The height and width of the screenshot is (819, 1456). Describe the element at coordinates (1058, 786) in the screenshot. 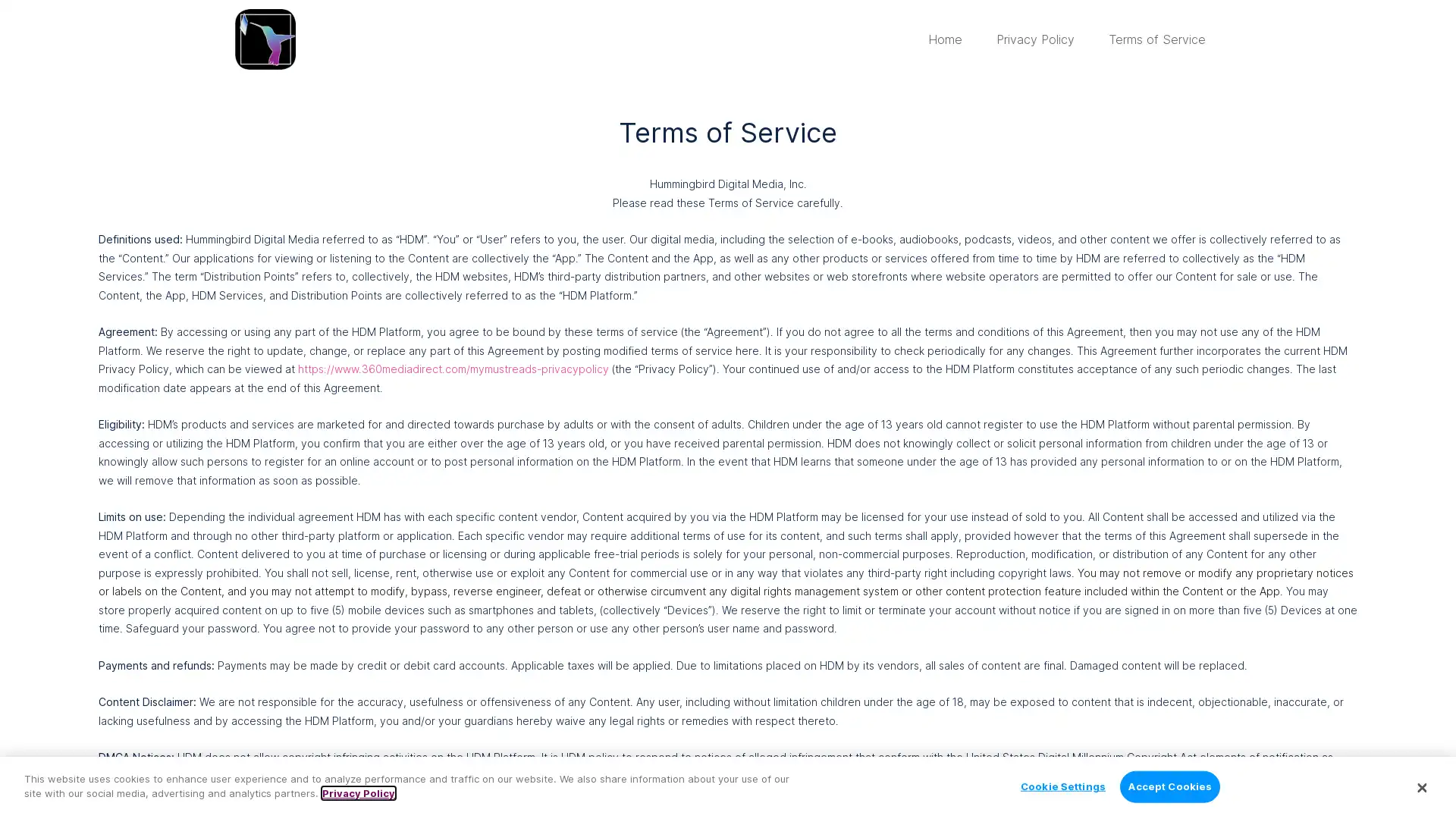

I see `Cookie Settings` at that location.